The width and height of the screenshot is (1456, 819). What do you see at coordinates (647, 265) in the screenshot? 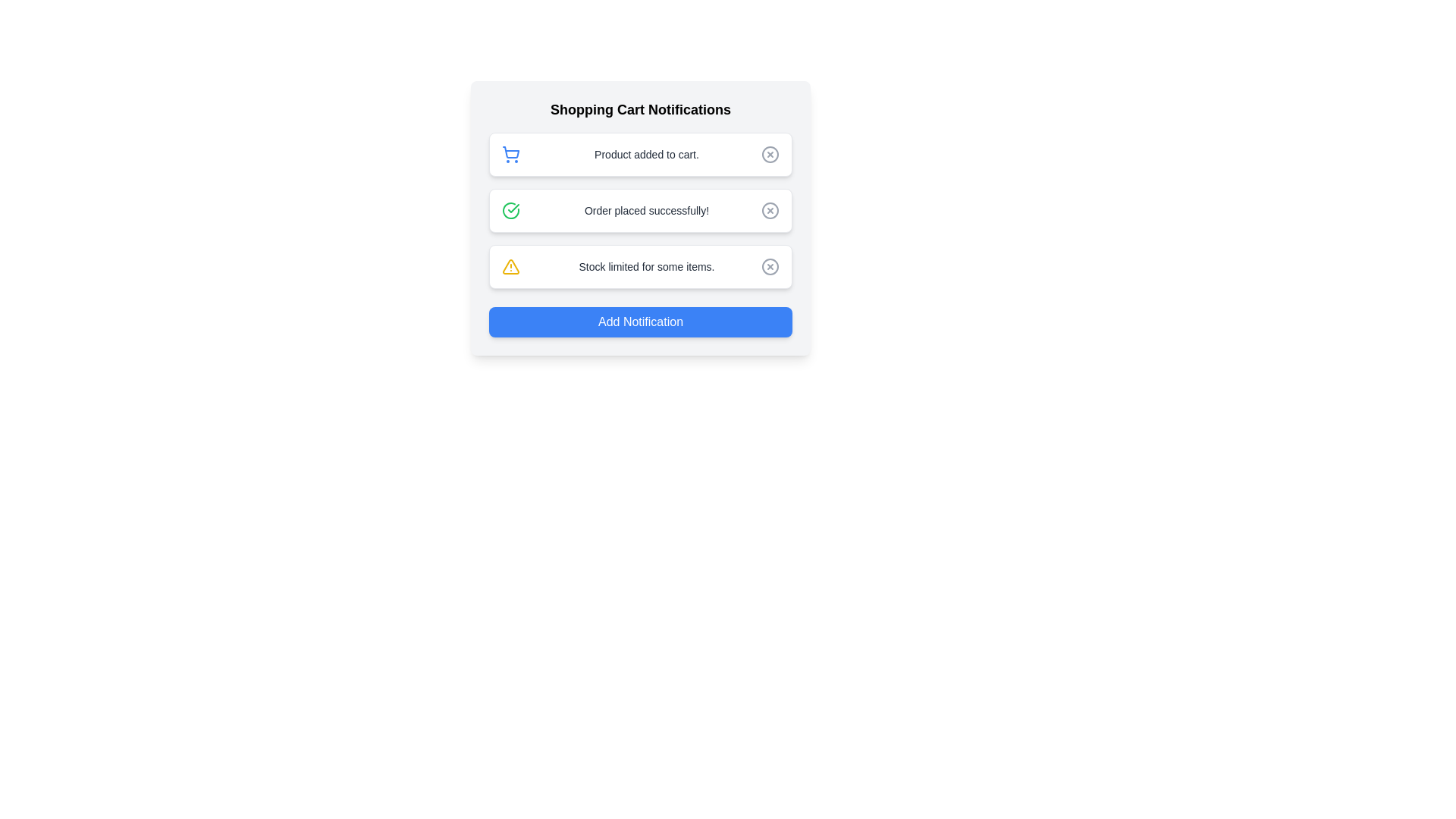
I see `text label that reads 'Stock limited for some items.' which is styled in a smaller gray font and is located centrally within the third notification card` at bounding box center [647, 265].